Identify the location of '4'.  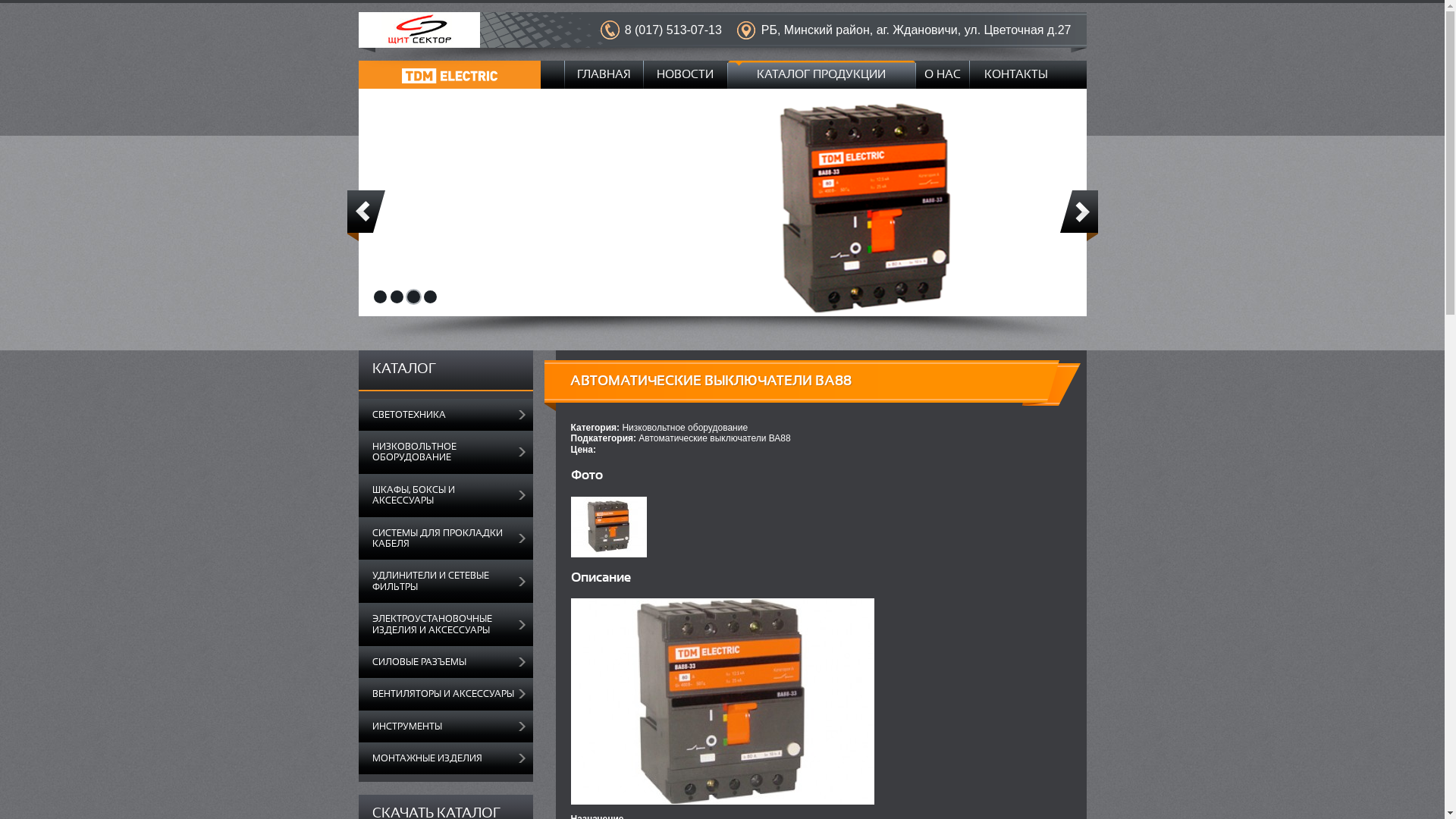
(428, 297).